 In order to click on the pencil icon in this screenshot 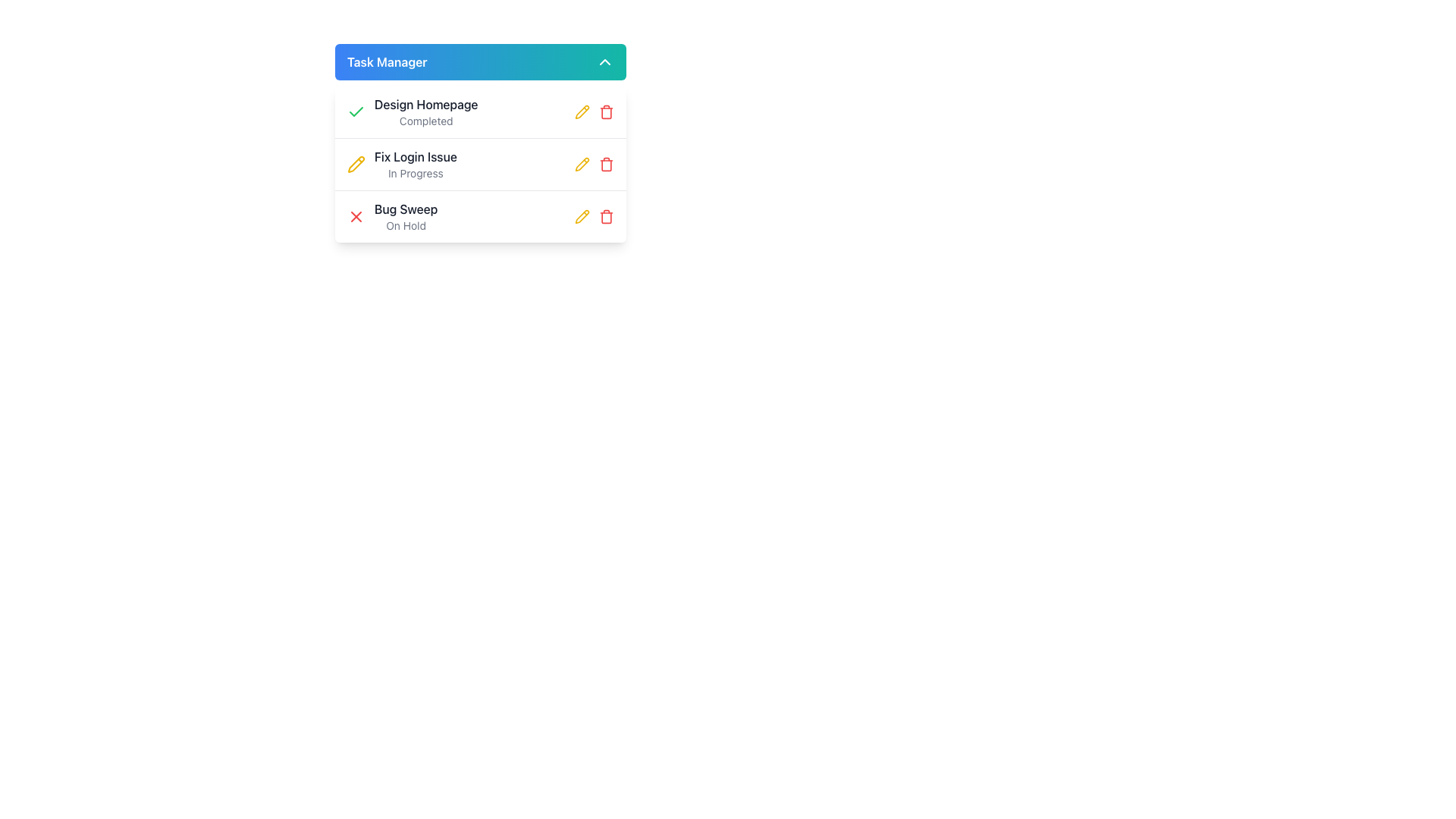, I will do `click(582, 111)`.